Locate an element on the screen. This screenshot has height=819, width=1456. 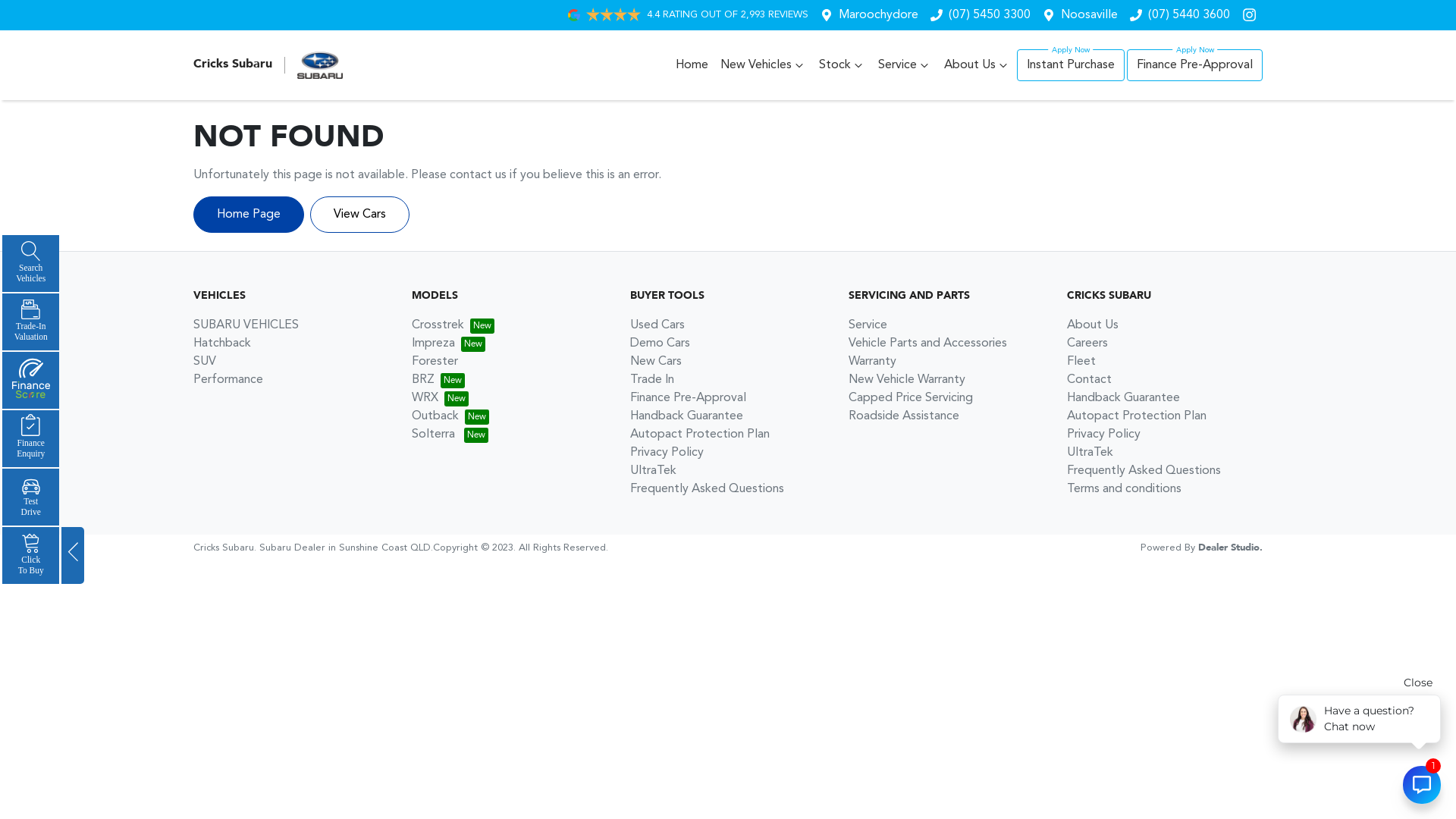
'Maroochydore' is located at coordinates (837, 14).